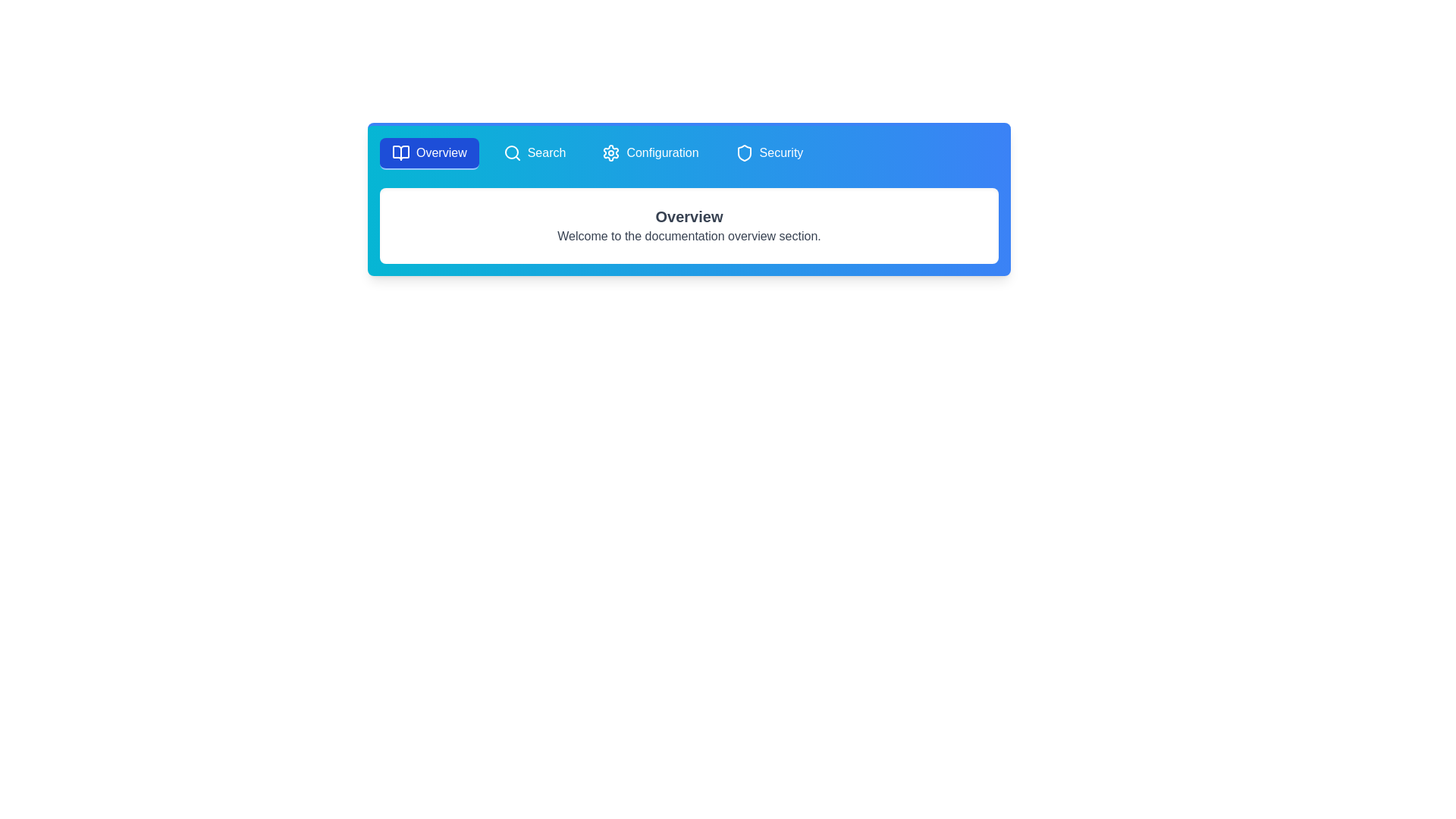  I want to click on the gear-like settings icon located in the blue navigation bar at the top of the interface, so click(611, 152).